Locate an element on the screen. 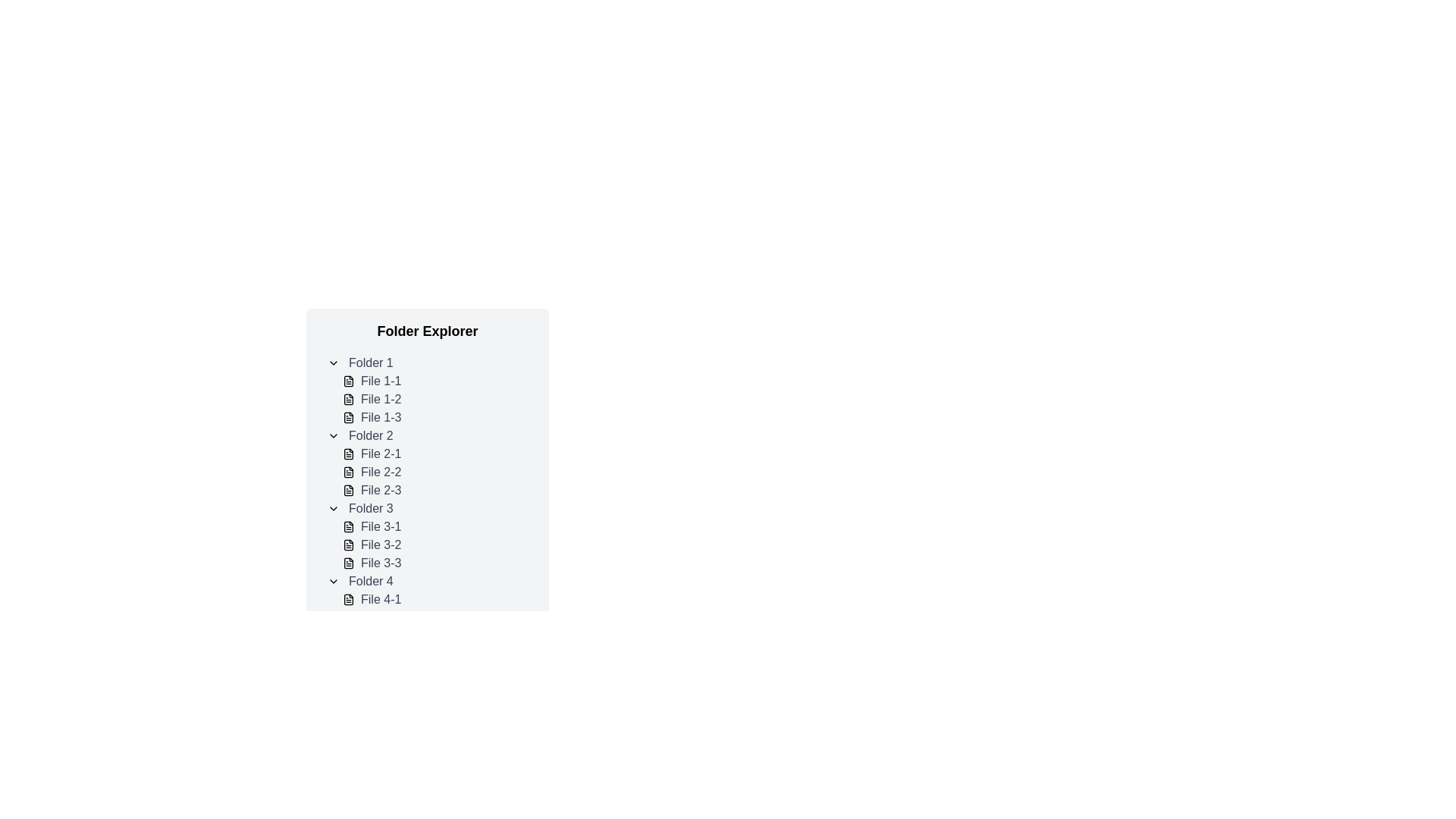 This screenshot has width=1456, height=819. the expandable folder item labeled as the fourth in the list under 'Folder Explorer' is located at coordinates (427, 607).